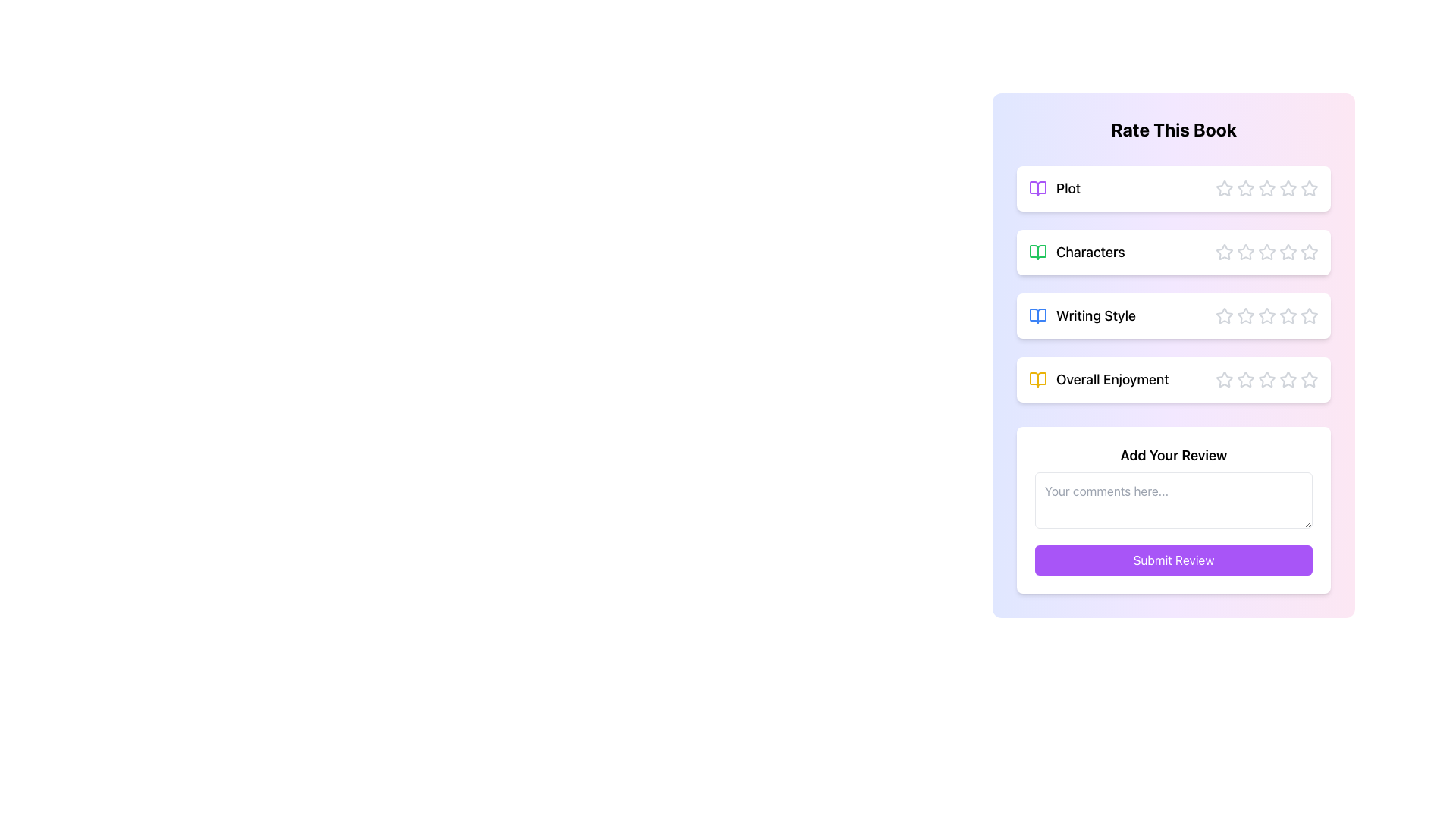  Describe the element at coordinates (1288, 188) in the screenshot. I see `the fifth star in the 5-star rating system within the 'Plot' section of the rating interface` at that location.